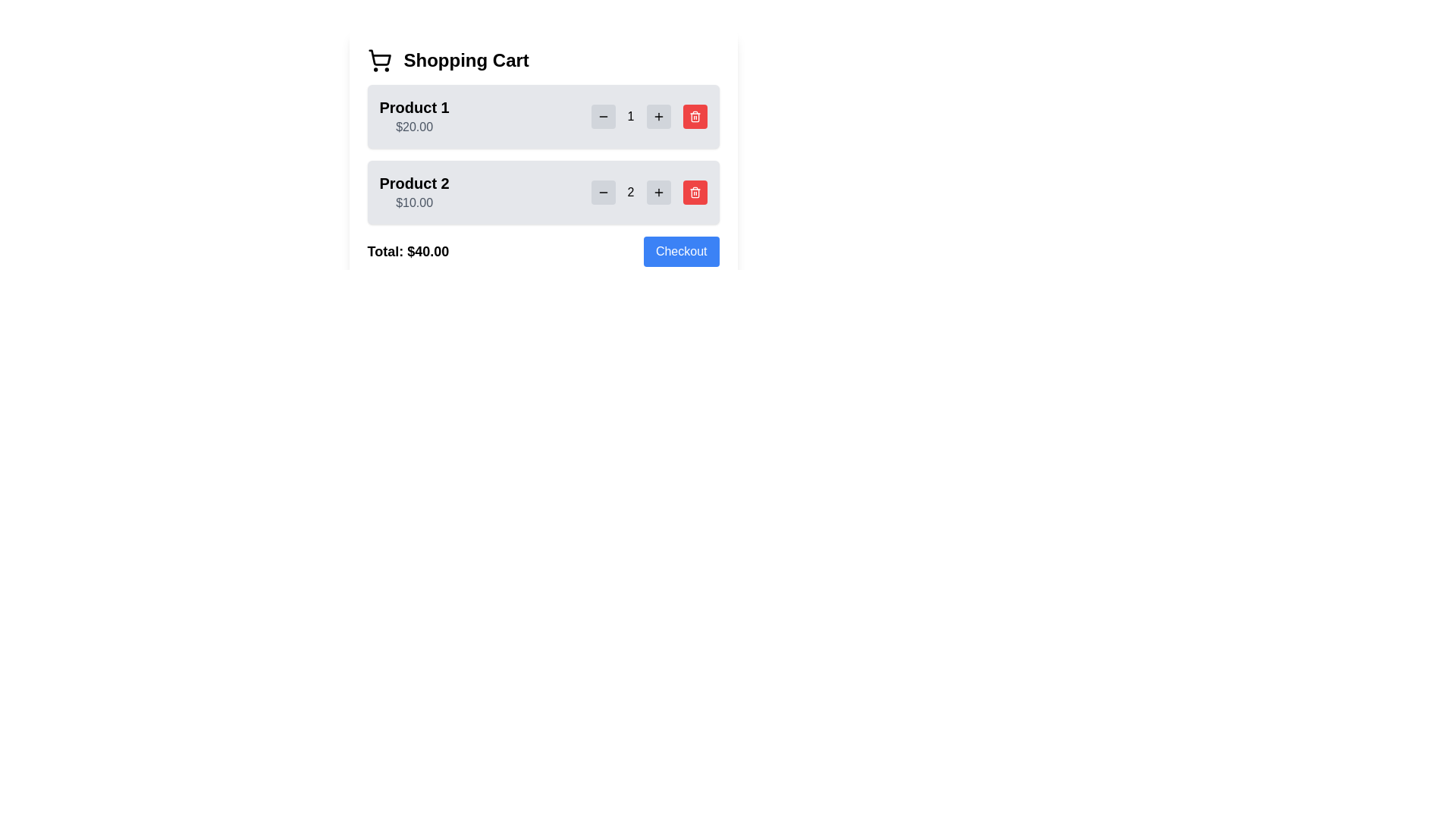 The width and height of the screenshot is (1456, 819). Describe the element at coordinates (414, 107) in the screenshot. I see `the label displaying the title of the first product in the shopping cart, located in the top-left section above the price label` at that location.